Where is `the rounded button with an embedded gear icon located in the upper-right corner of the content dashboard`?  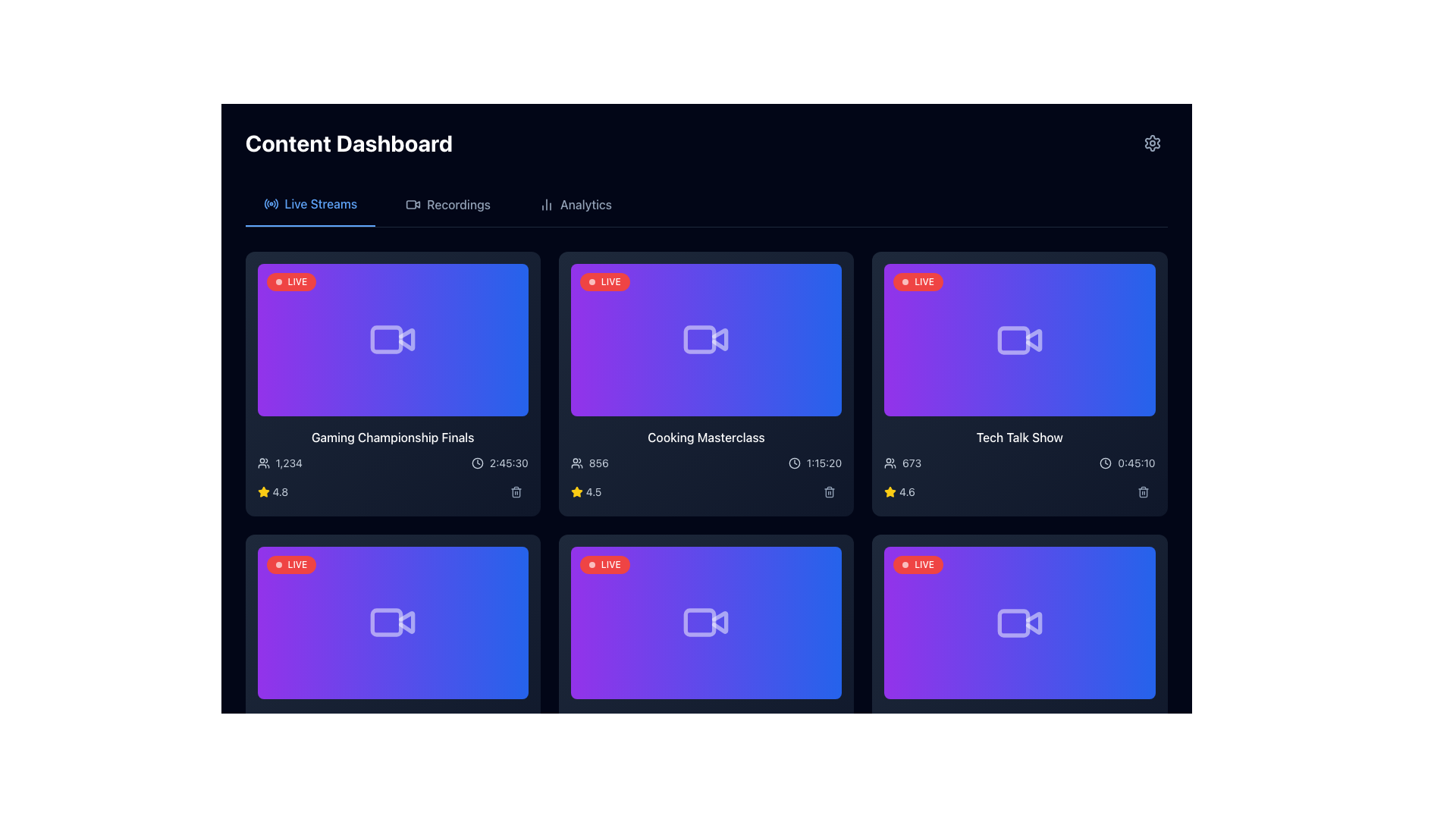 the rounded button with an embedded gear icon located in the upper-right corner of the content dashboard is located at coordinates (1152, 143).